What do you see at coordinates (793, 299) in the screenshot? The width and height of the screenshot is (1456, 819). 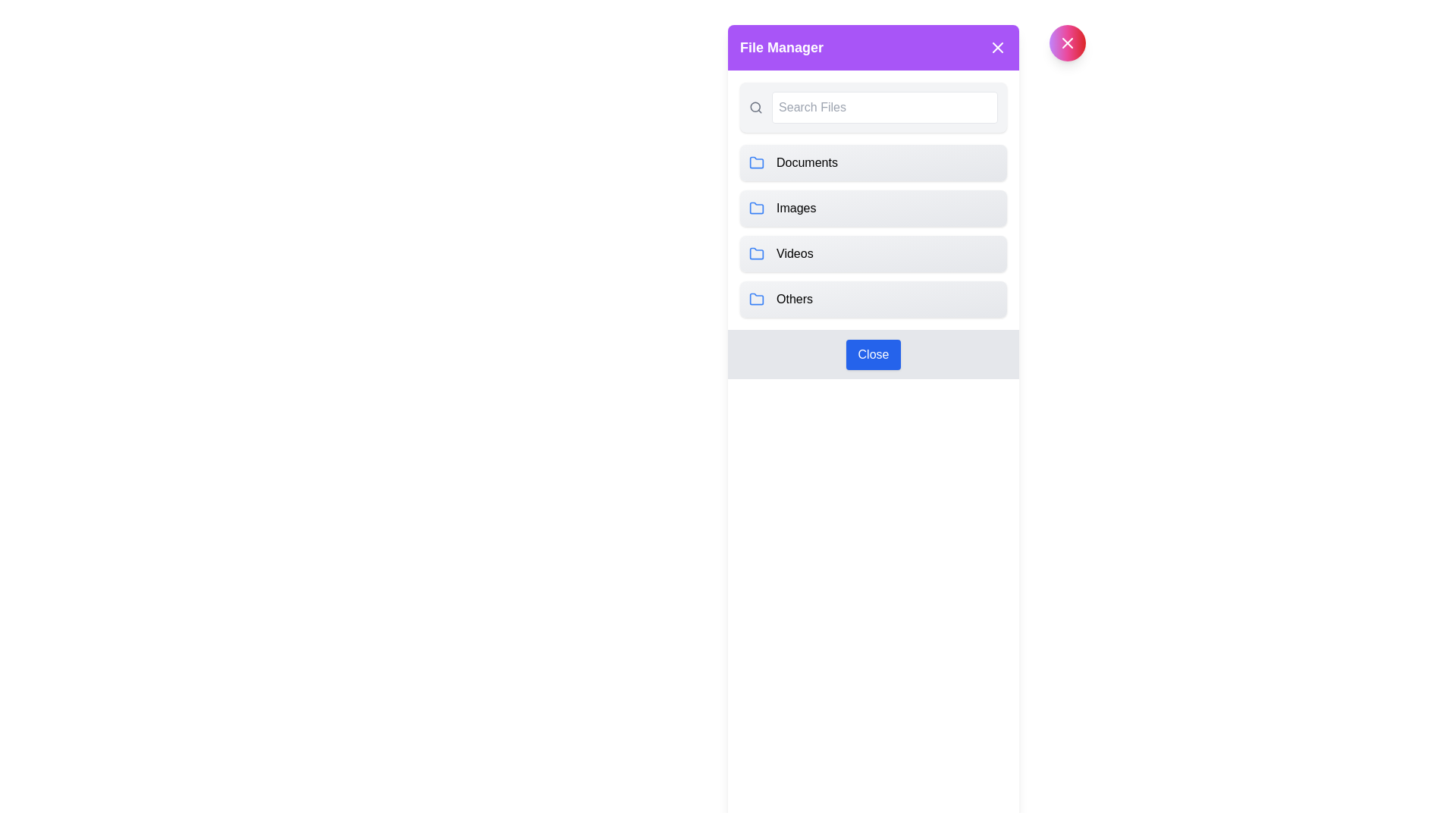 I see `the text label reading 'Others' located on a gray background in the overlay panel labeled 'File Manager'` at bounding box center [793, 299].